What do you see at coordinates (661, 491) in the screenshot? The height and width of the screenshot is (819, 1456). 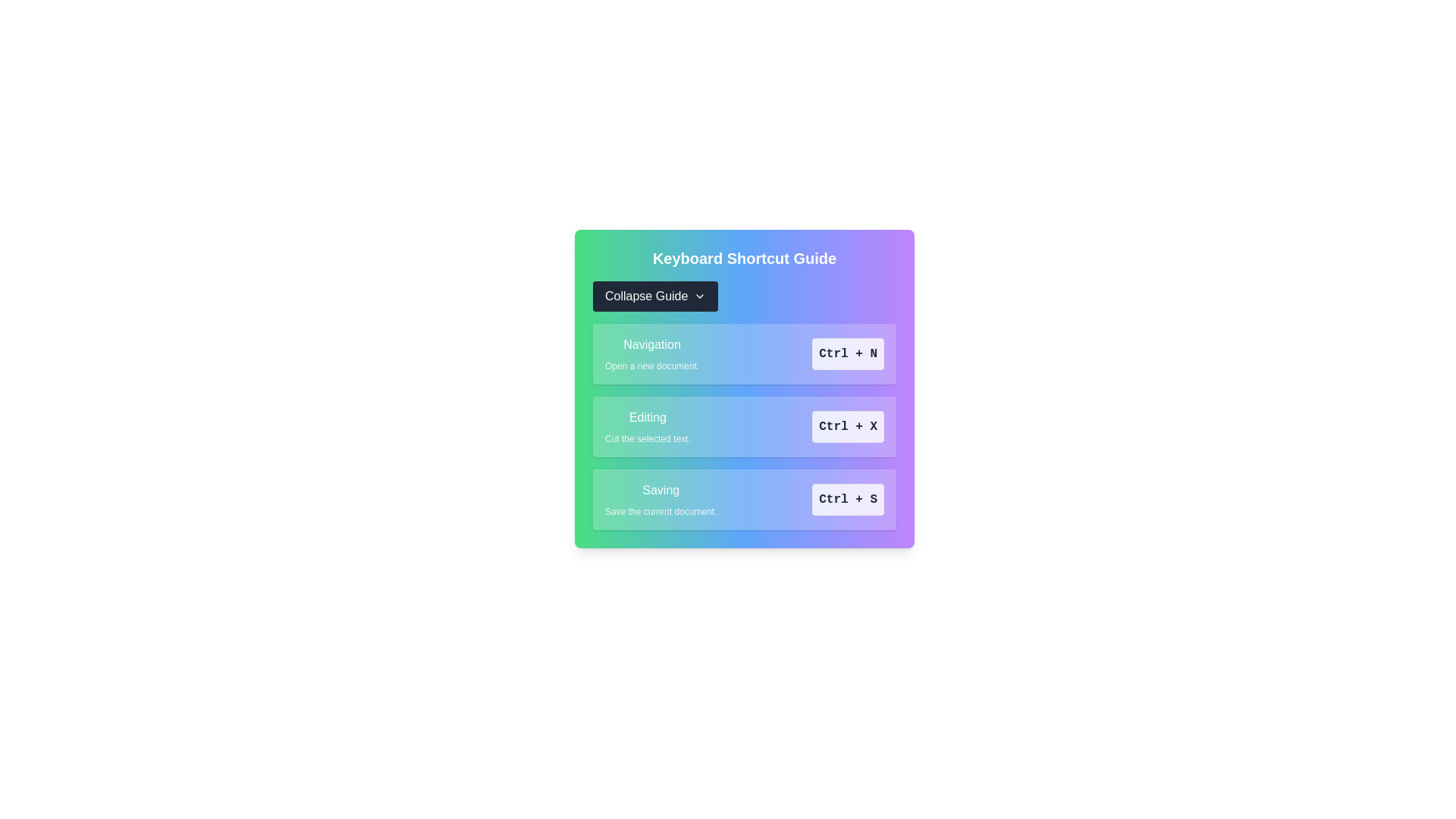 I see `the Text Label that indicates the option for saving the current document, located in the lower section of the interface` at bounding box center [661, 491].